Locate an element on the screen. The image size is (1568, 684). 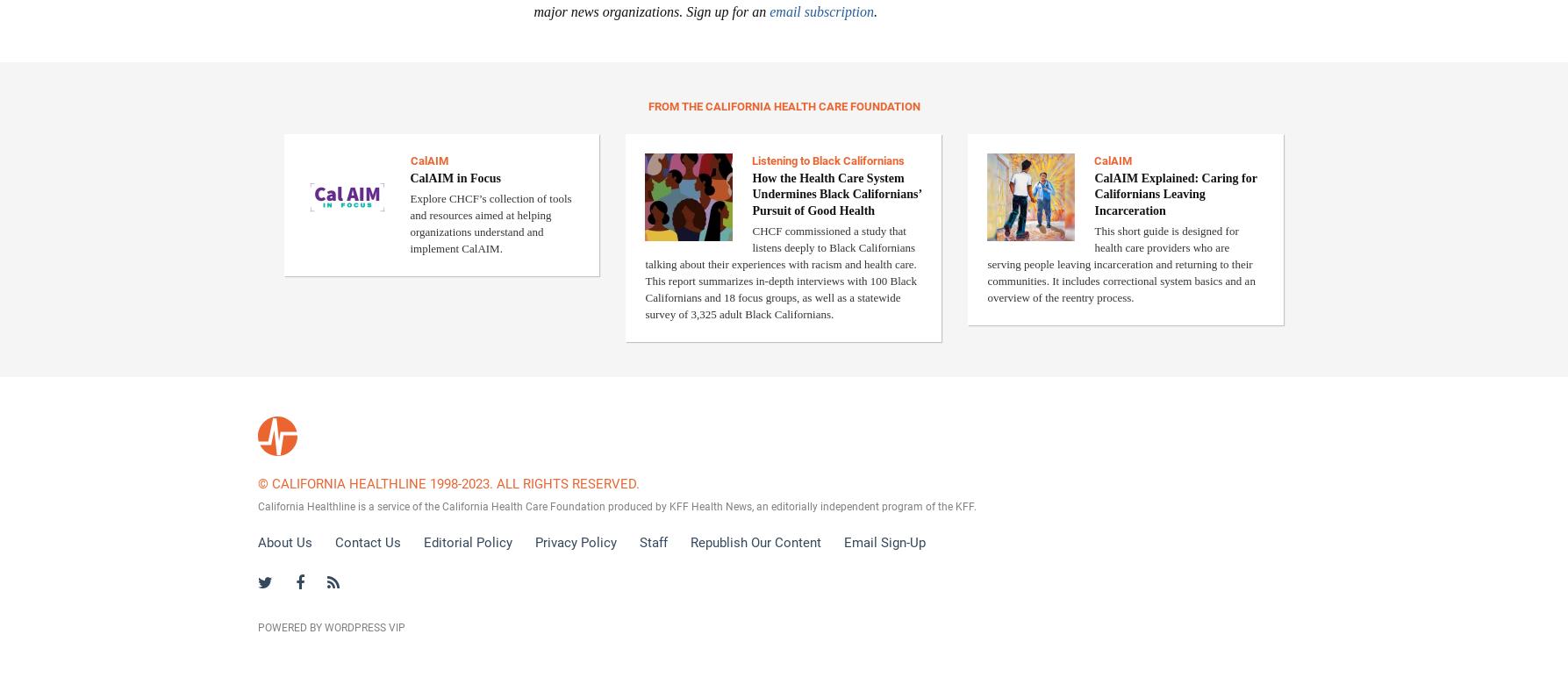
'WordPress VIP' is located at coordinates (363, 626).